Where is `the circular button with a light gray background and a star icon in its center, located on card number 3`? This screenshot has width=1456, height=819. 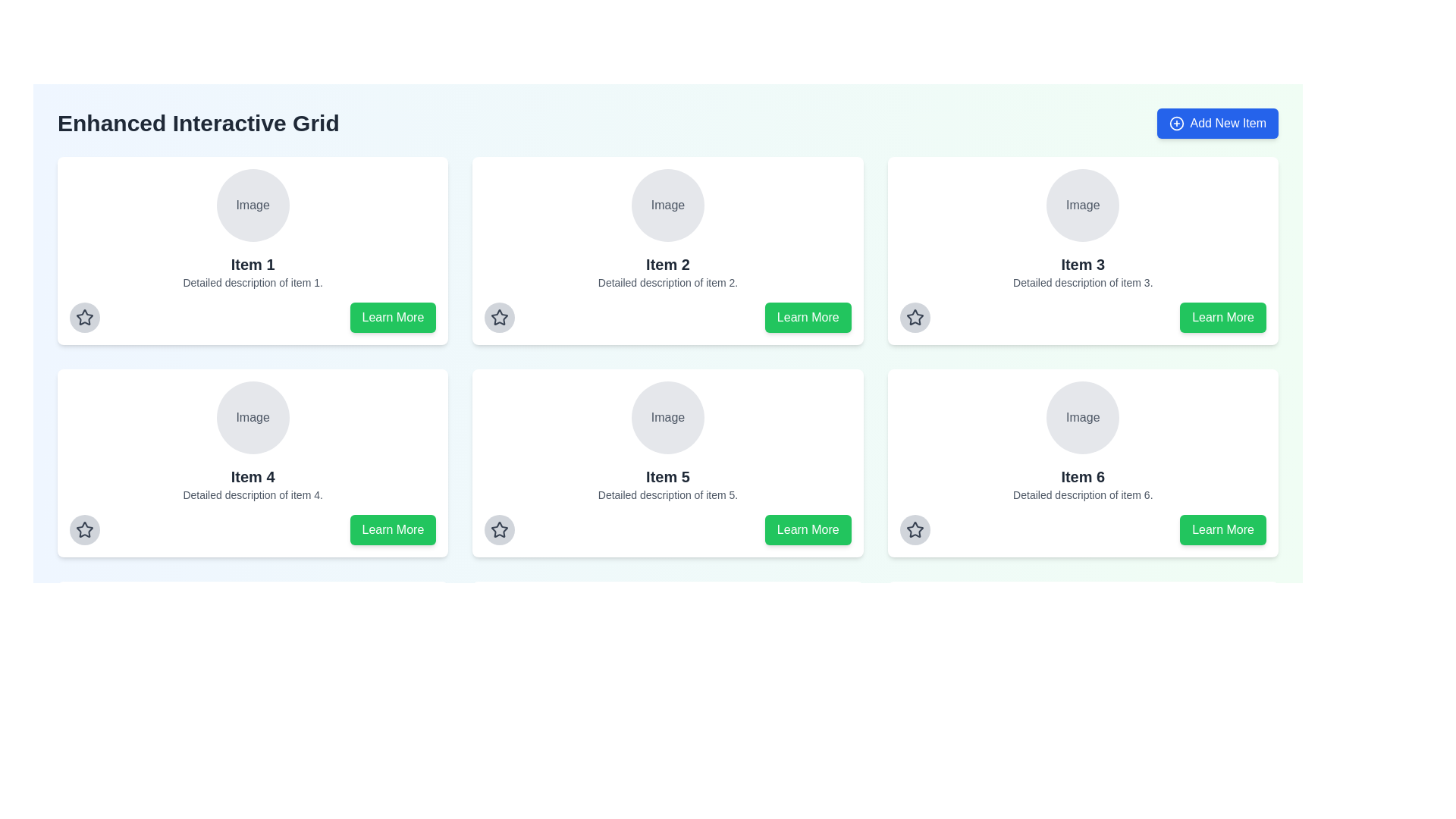 the circular button with a light gray background and a star icon in its center, located on card number 3 is located at coordinates (914, 317).